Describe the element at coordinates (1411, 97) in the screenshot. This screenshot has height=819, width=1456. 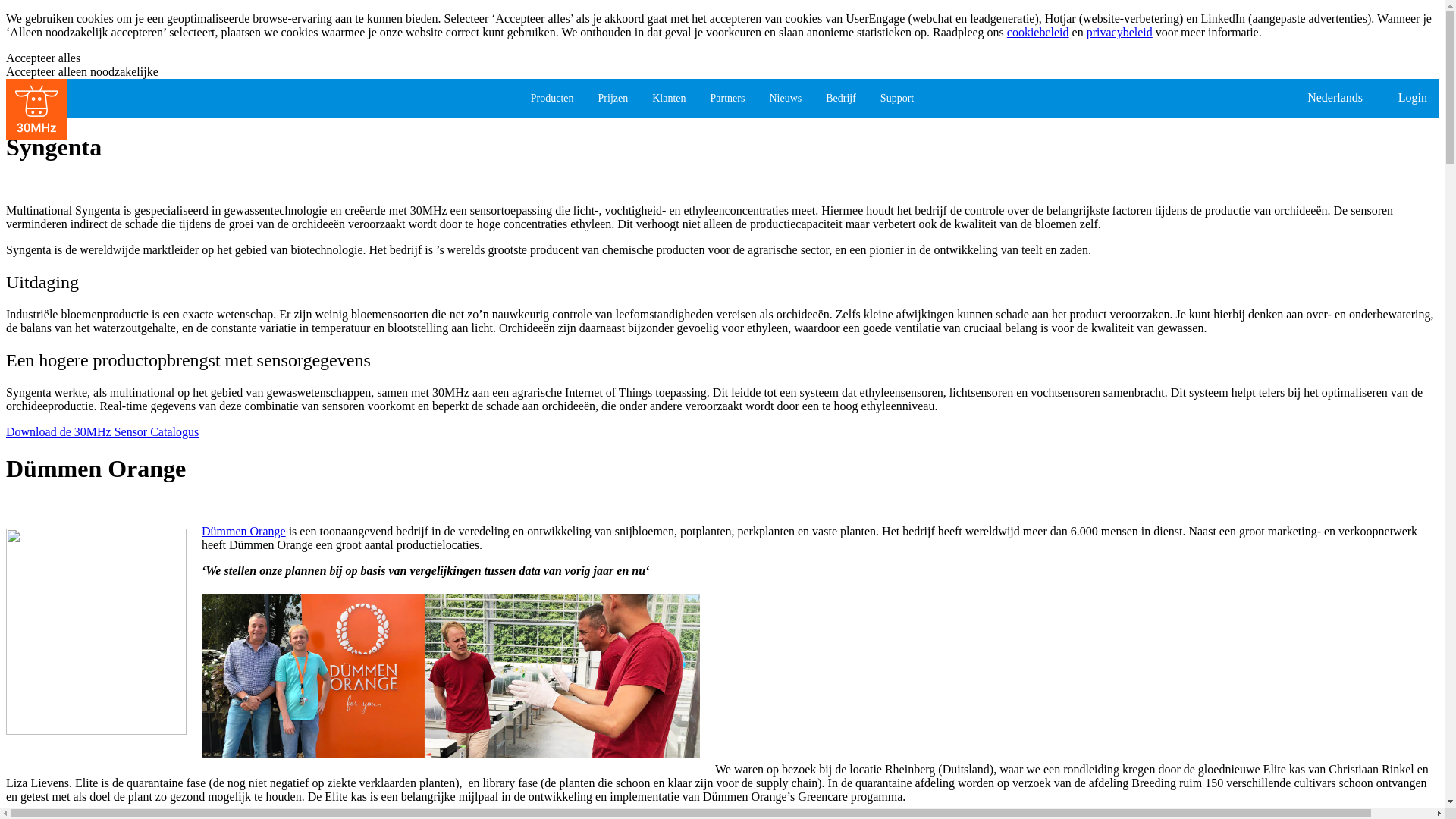
I see `'Login'` at that location.